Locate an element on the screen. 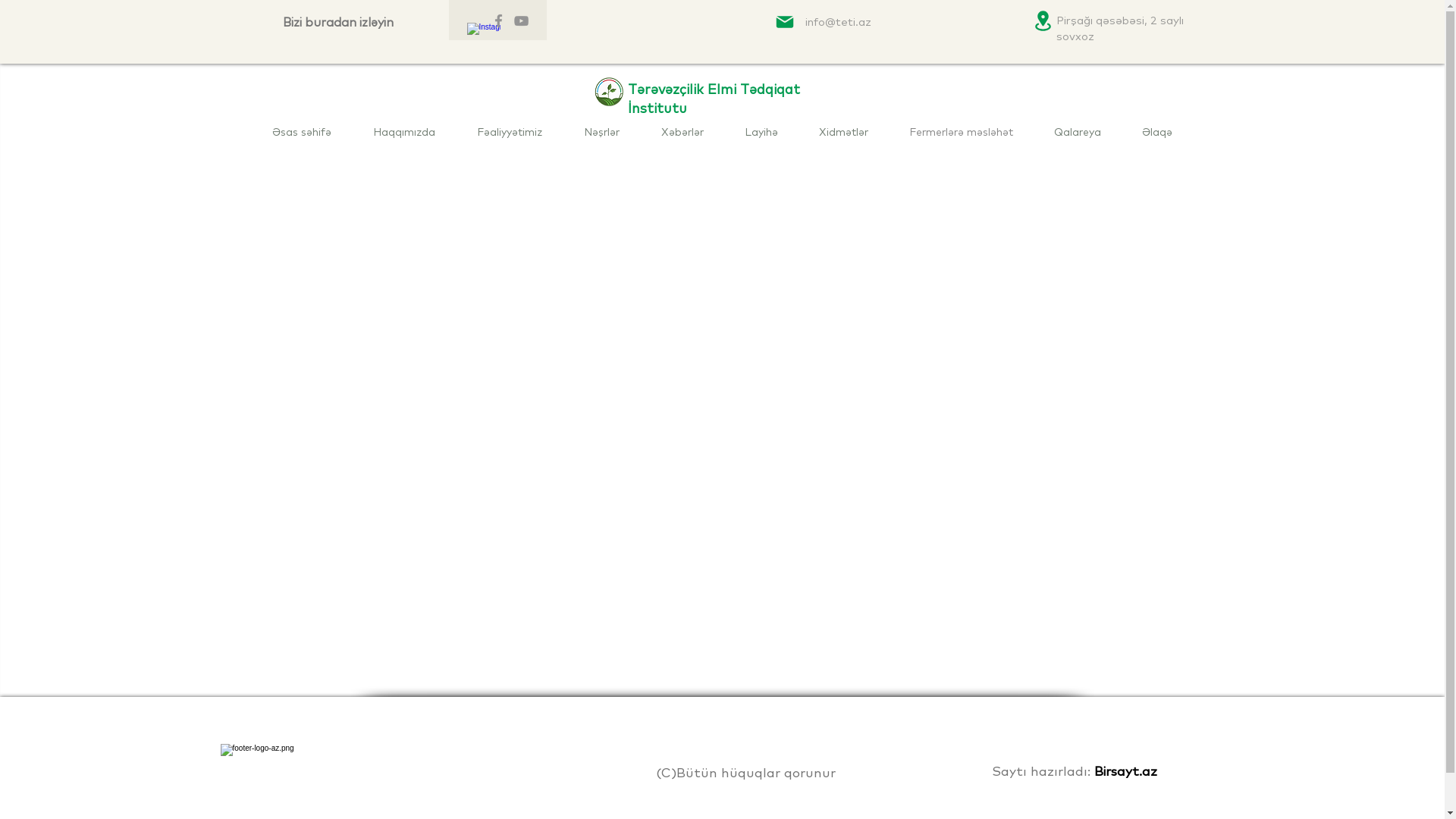 Image resolution: width=1456 pixels, height=819 pixels. 'Qalareya' is located at coordinates (1032, 131).